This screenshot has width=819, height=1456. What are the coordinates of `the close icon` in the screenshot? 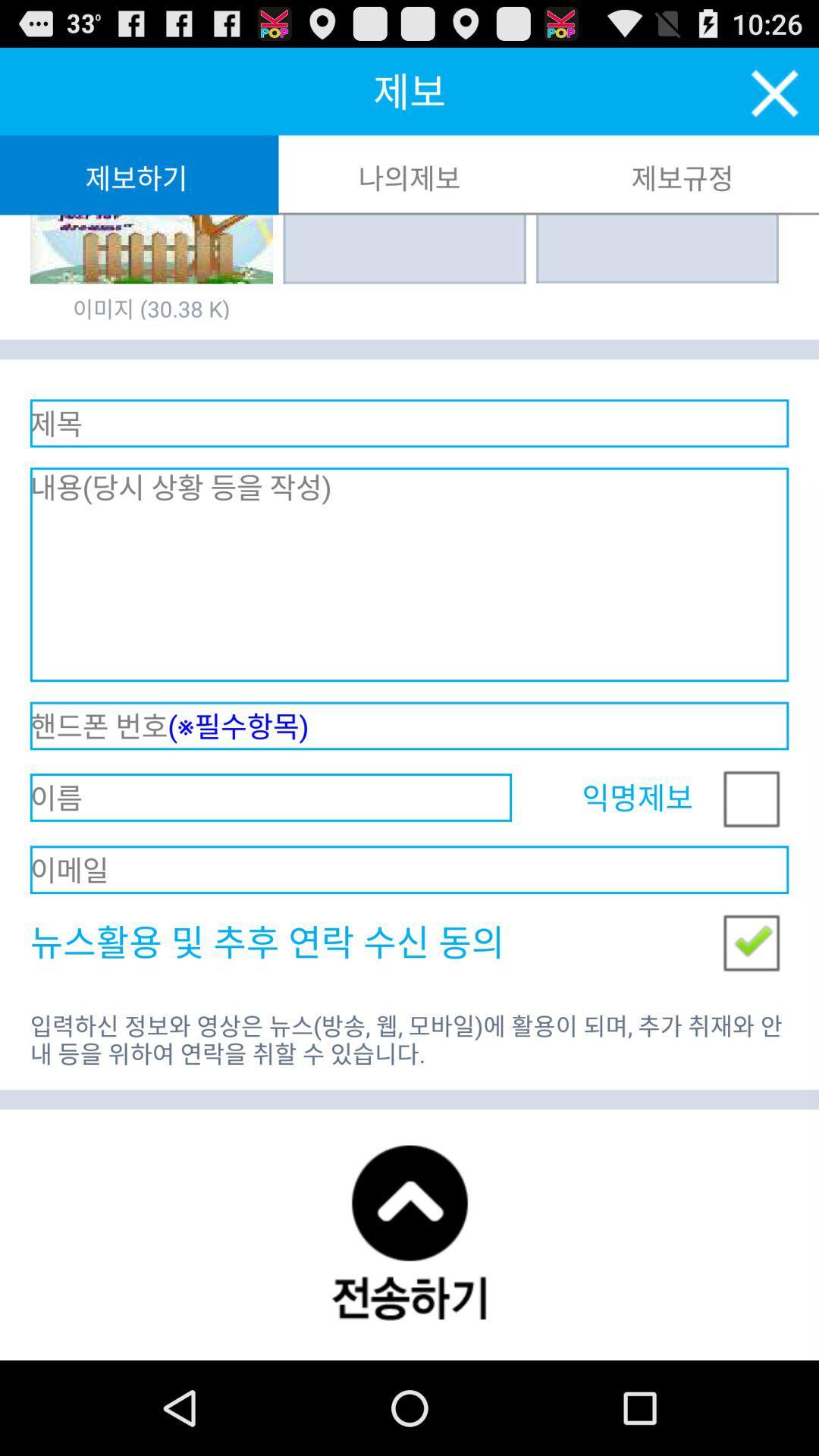 It's located at (775, 99).